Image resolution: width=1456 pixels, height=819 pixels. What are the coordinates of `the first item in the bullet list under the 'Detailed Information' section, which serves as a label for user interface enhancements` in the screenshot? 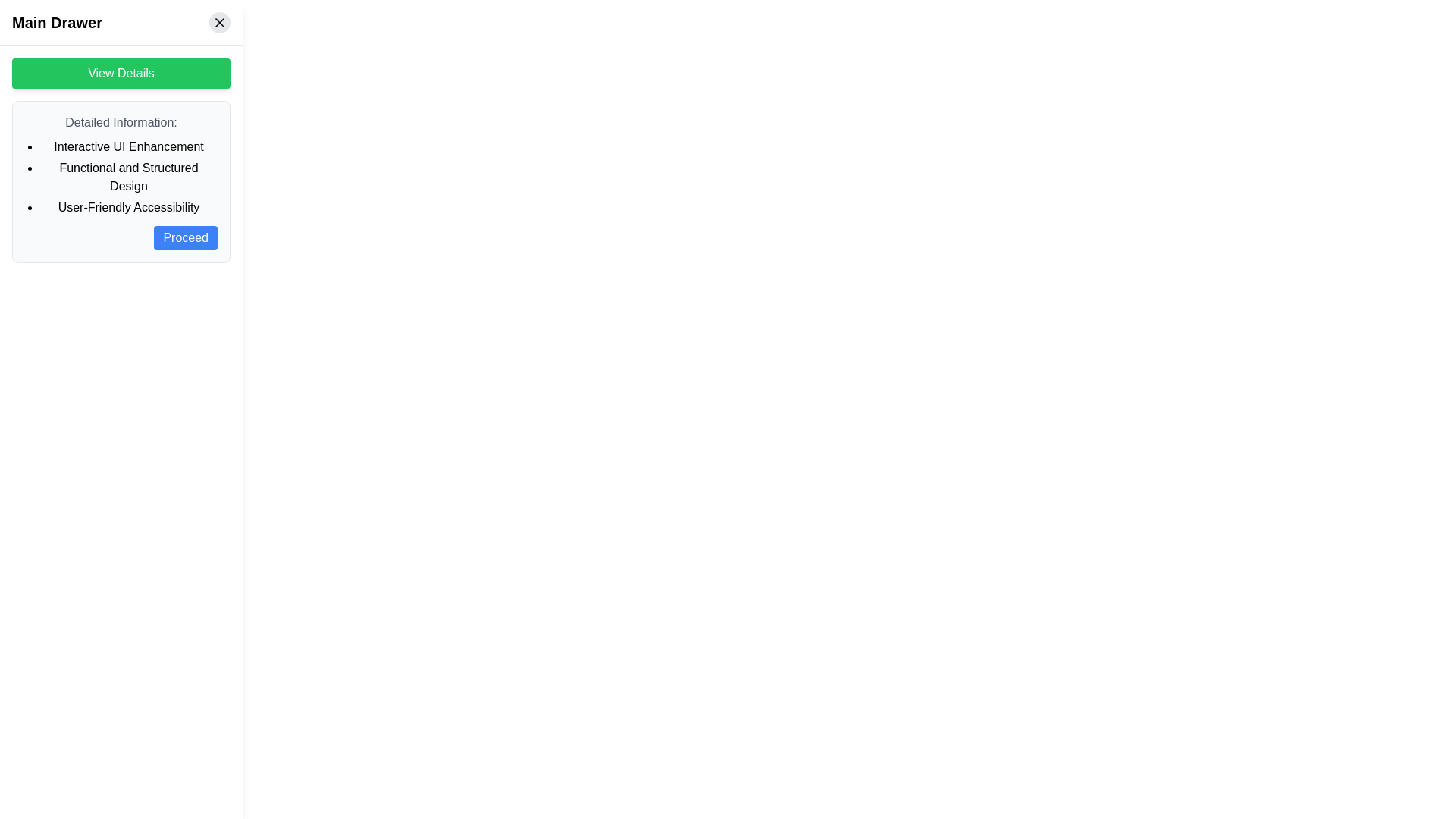 It's located at (128, 146).